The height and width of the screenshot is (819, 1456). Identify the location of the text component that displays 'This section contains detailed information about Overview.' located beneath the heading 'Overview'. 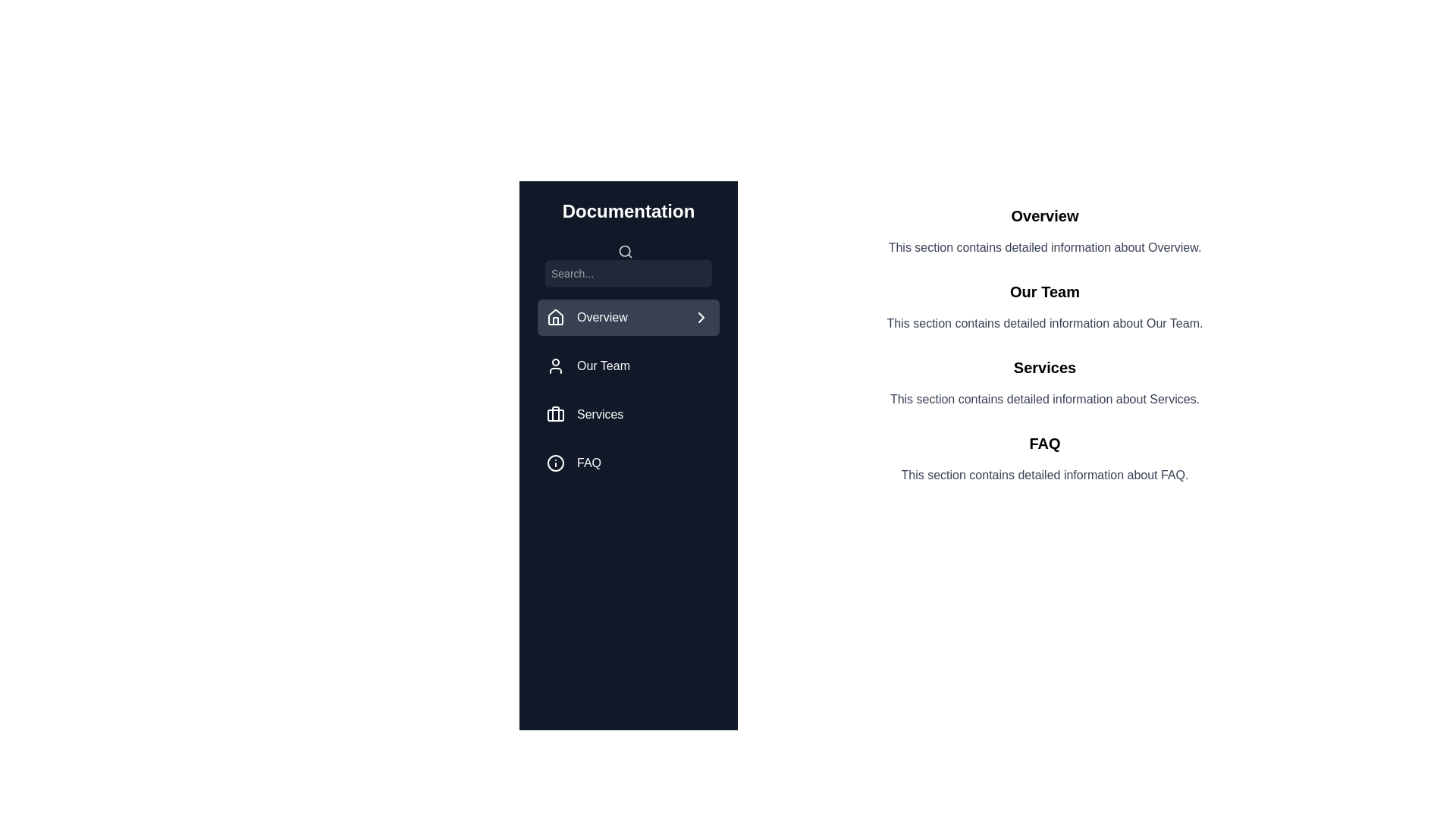
(1043, 247).